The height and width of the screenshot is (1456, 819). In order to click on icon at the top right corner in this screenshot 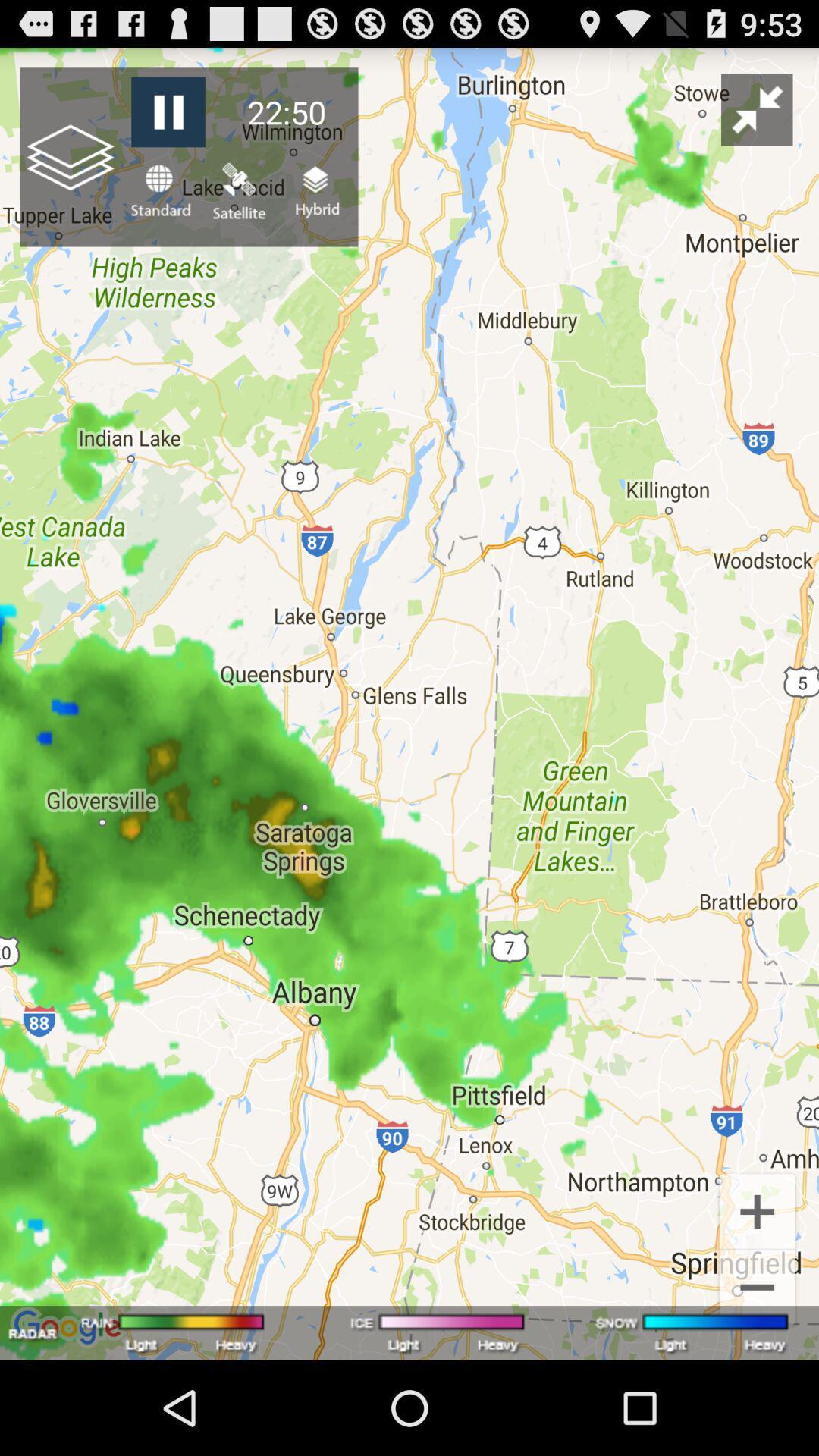, I will do `click(757, 108)`.